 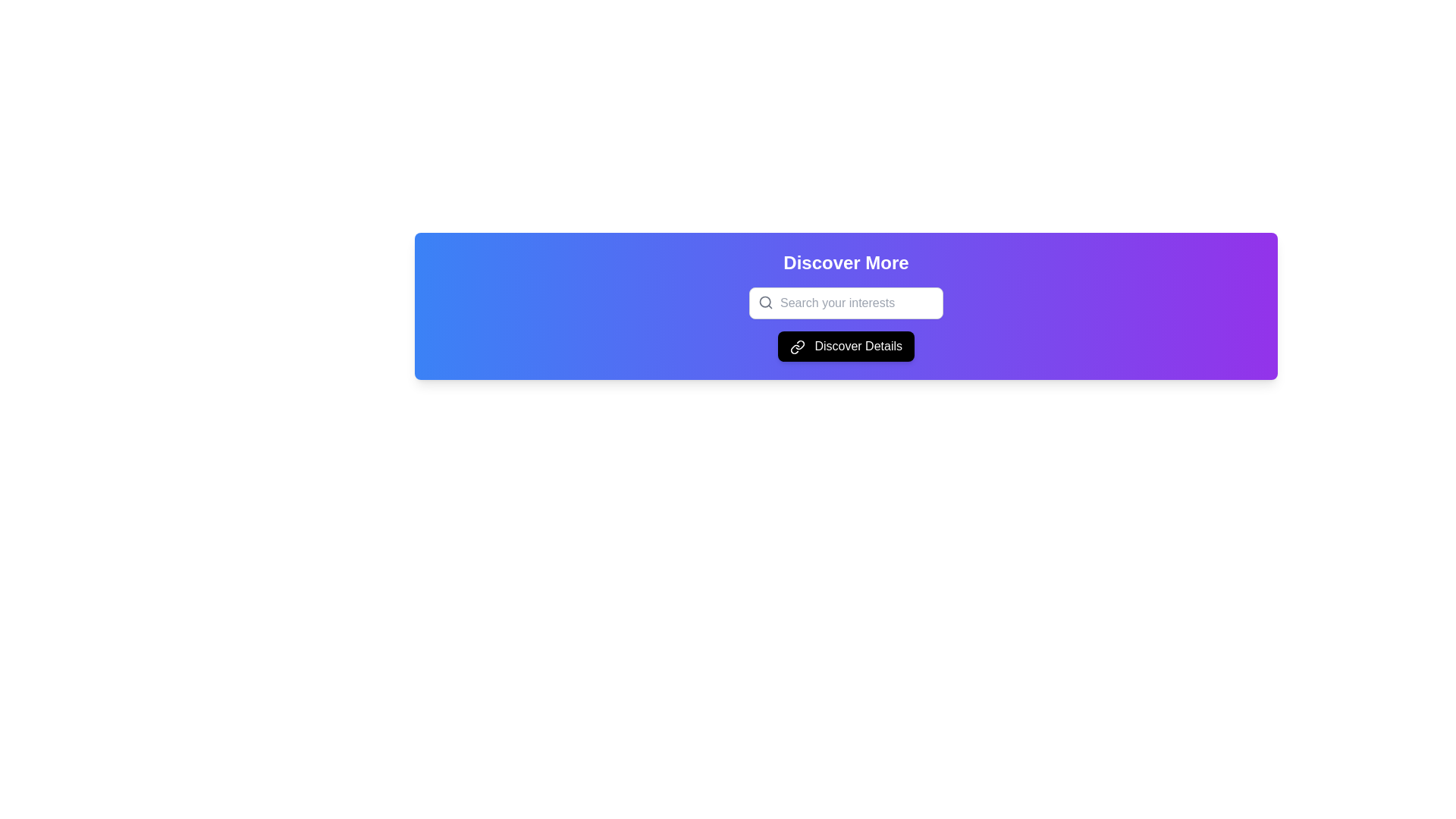 I want to click on the link icon composed of two chain links, which is located to the left of the text 'Discover Details' within a rounded button that has a black background, so click(x=796, y=347).